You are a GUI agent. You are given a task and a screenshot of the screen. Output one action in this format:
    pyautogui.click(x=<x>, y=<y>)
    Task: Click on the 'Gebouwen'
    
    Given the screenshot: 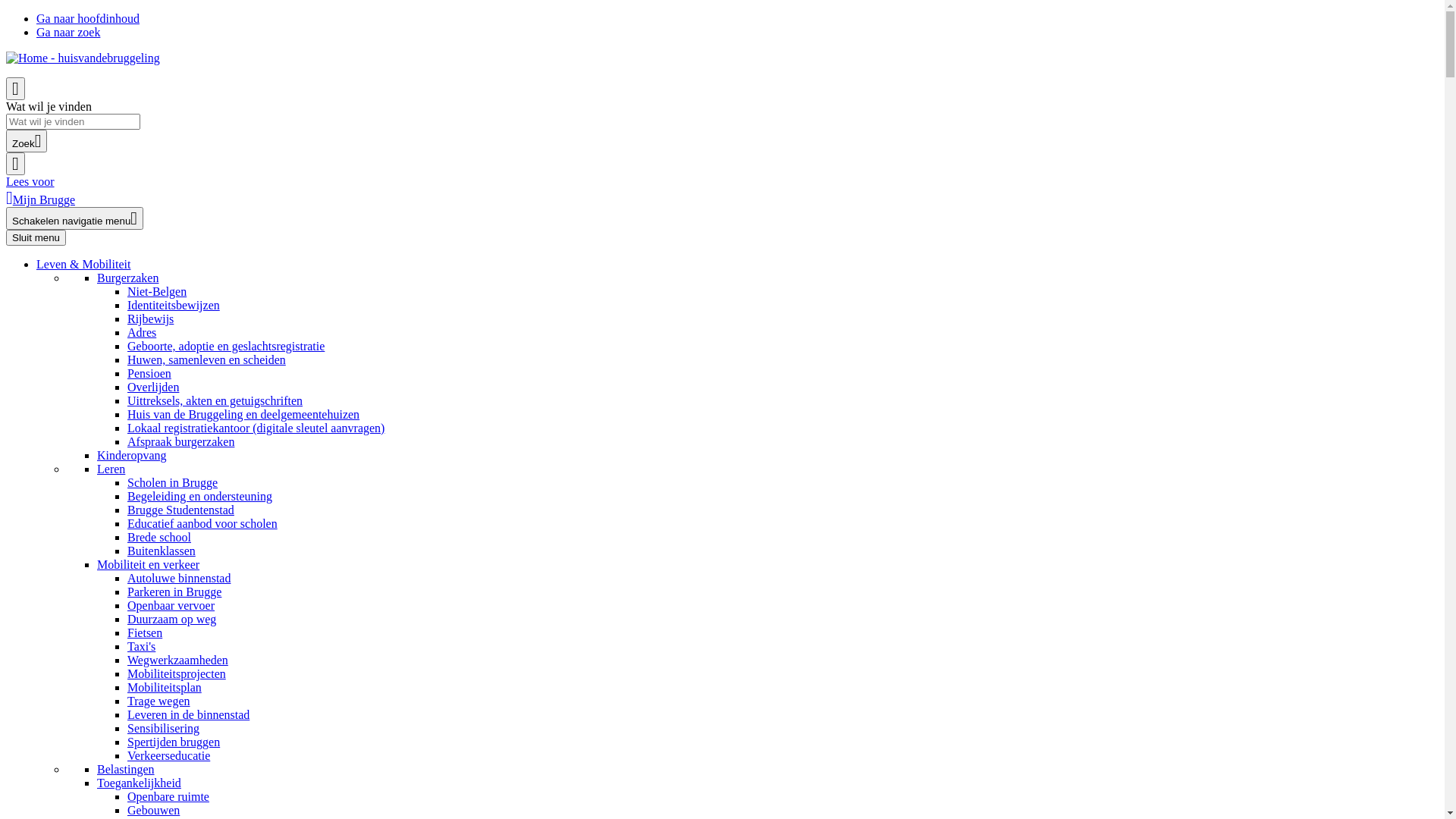 What is the action you would take?
    pyautogui.click(x=153, y=809)
    